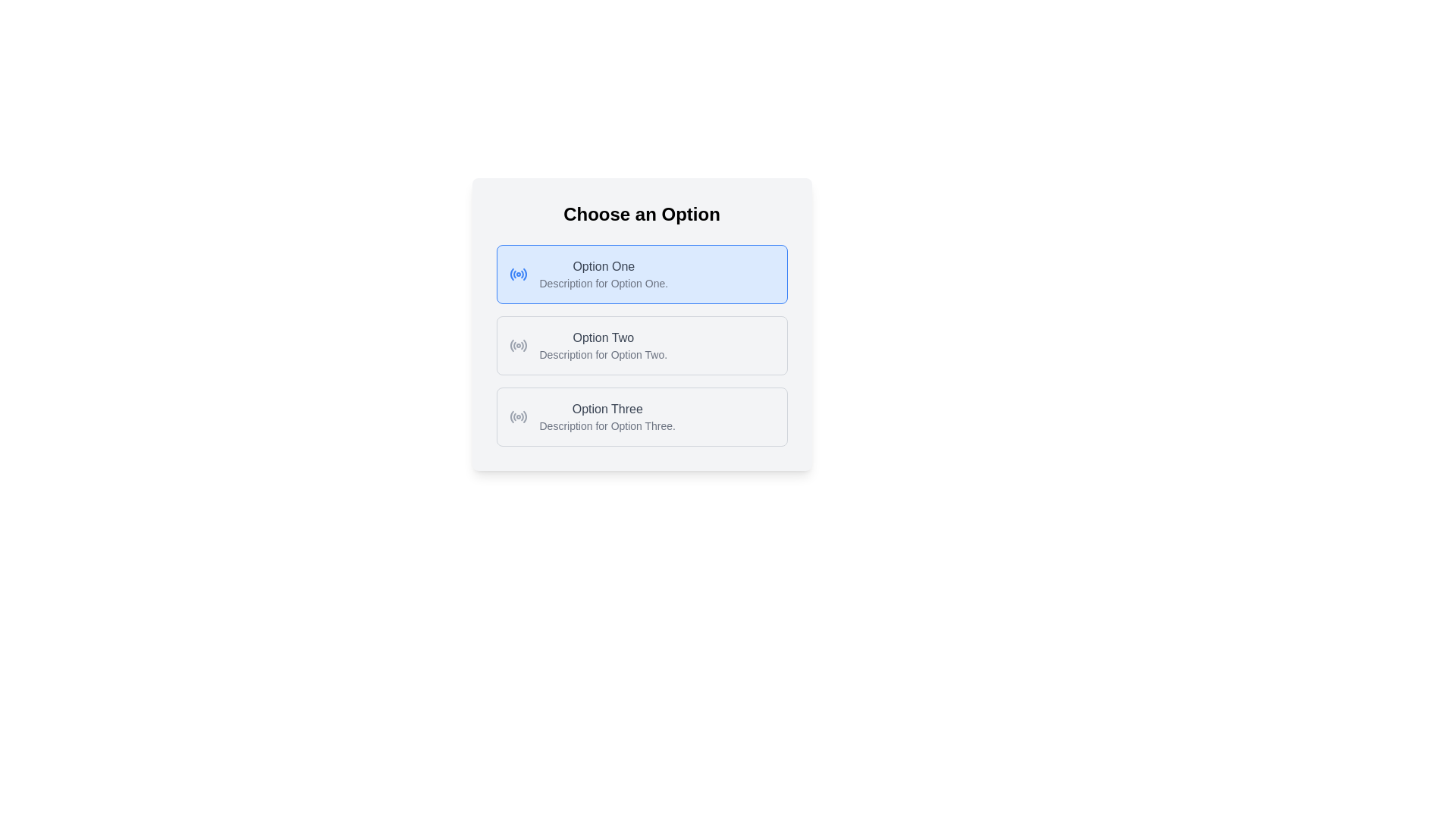 The image size is (1456, 819). Describe the element at coordinates (602, 354) in the screenshot. I see `the text label reading 'Description for Option Two.' located beneath 'Option Two' in the second selectable option block of 'Choose an Option.'` at that location.